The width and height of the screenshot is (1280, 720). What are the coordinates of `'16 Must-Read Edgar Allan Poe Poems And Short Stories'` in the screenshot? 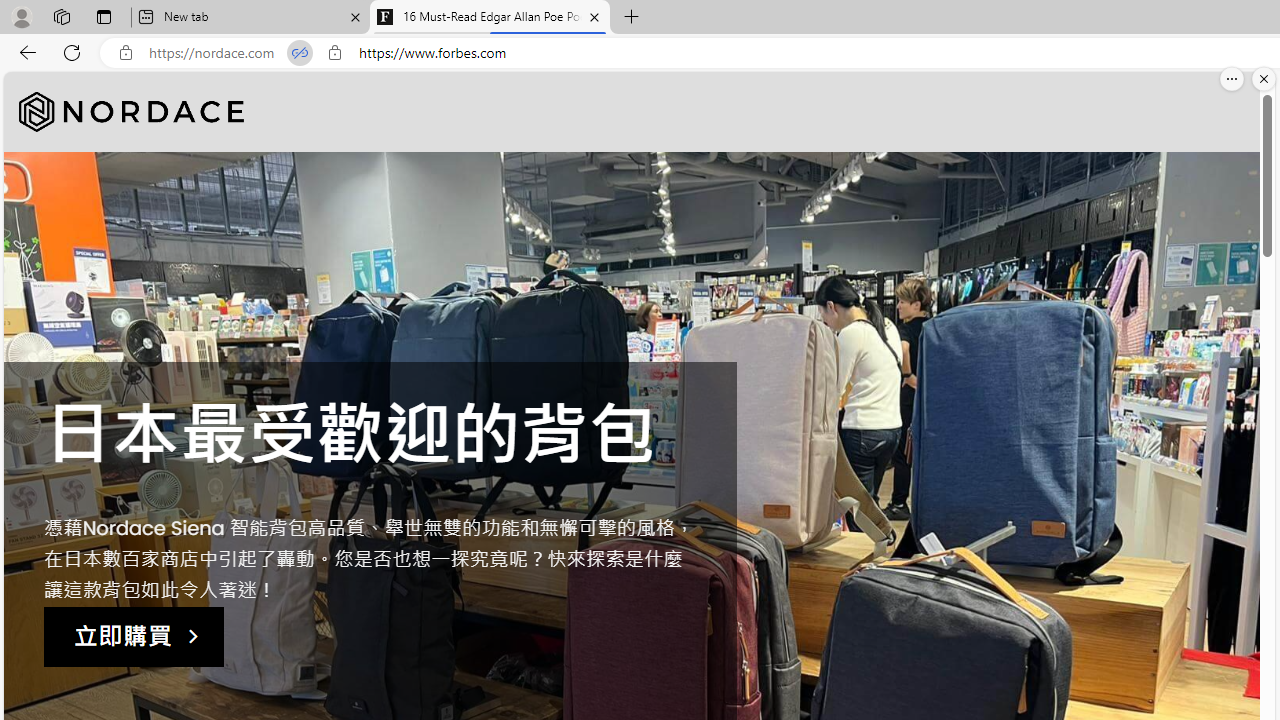 It's located at (490, 17).